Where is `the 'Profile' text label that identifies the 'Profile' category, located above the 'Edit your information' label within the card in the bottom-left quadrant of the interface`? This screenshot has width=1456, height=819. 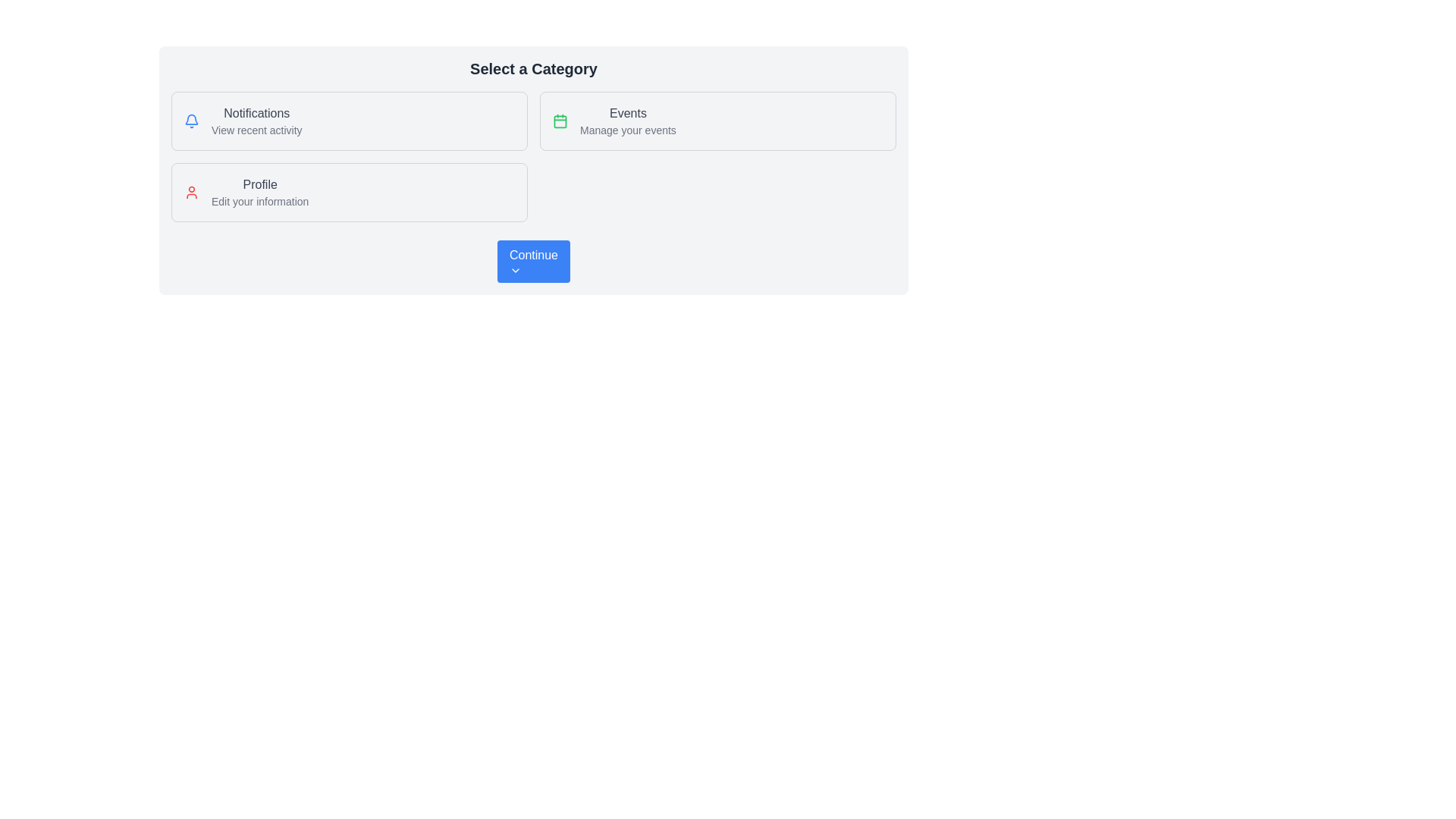
the 'Profile' text label that identifies the 'Profile' category, located above the 'Edit your information' label within the card in the bottom-left quadrant of the interface is located at coordinates (260, 184).